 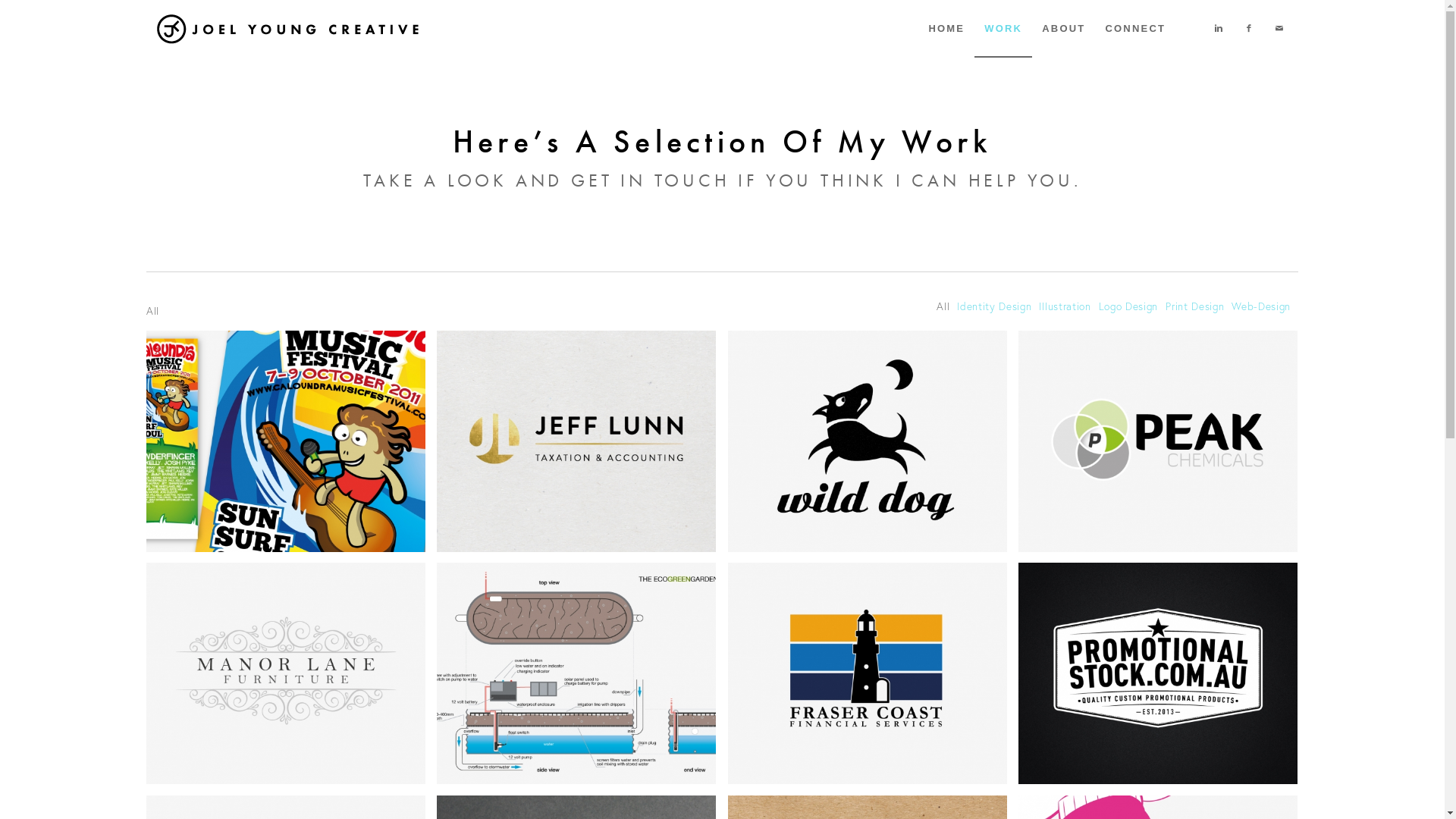 I want to click on 'Wild Dog Logo', so click(x=868, y=441).